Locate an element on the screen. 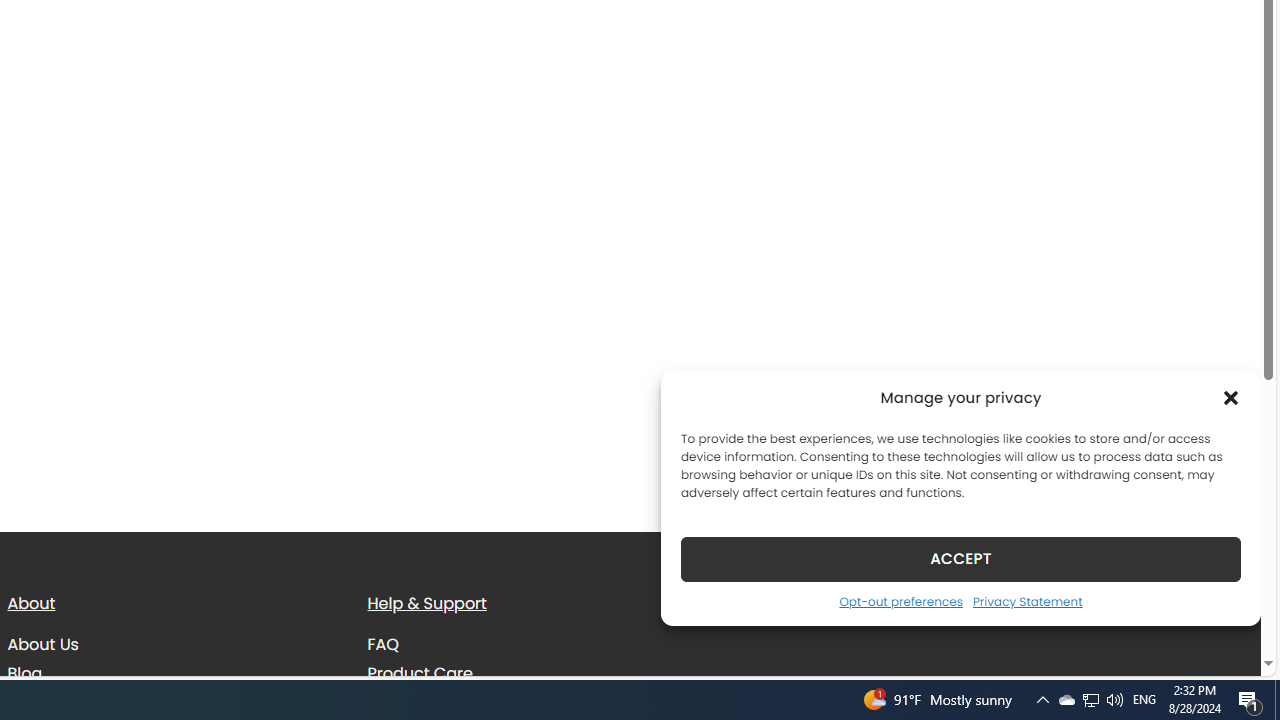 The height and width of the screenshot is (720, 1280). 'Privacy Statement' is located at coordinates (1027, 600).